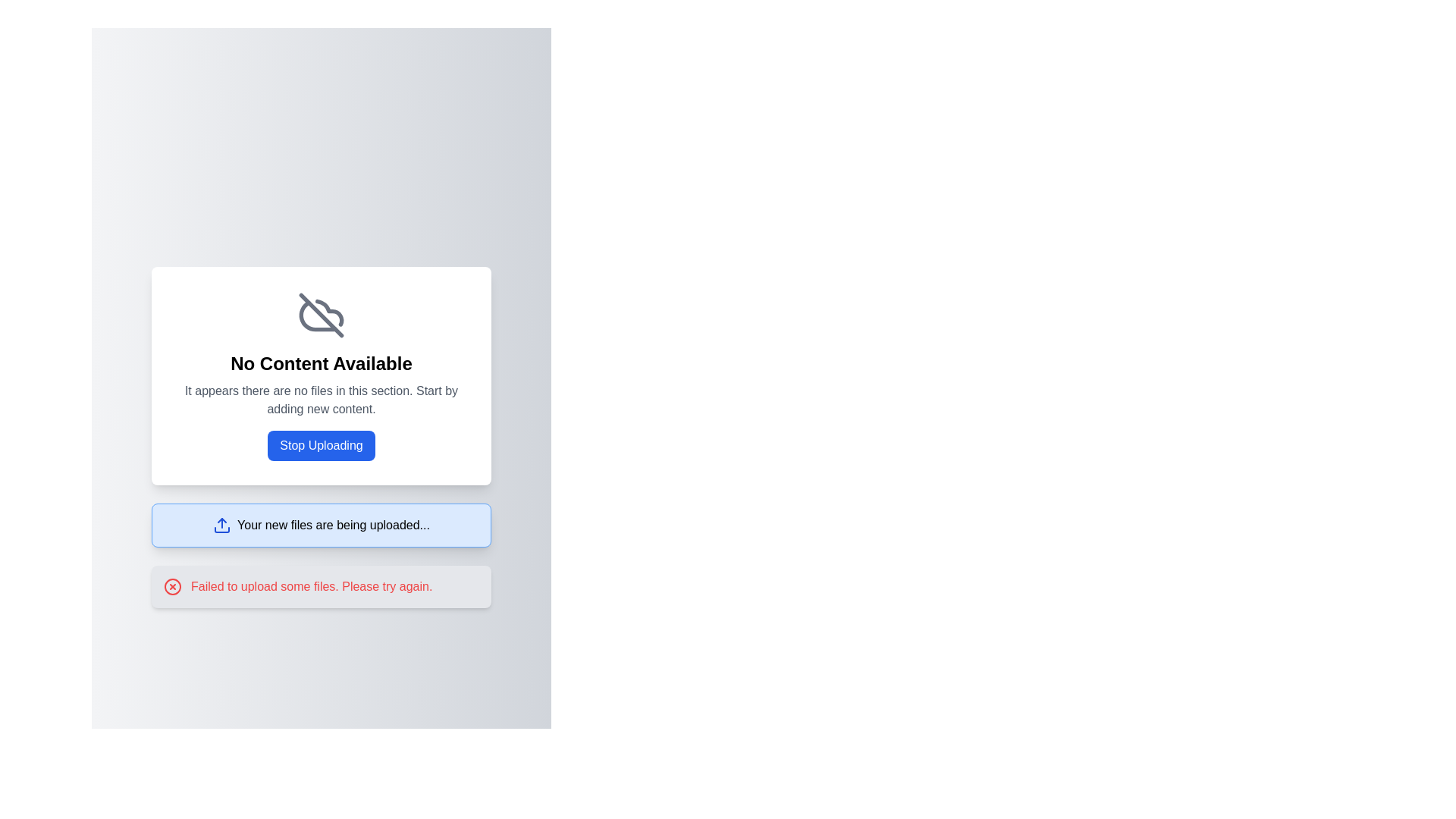  I want to click on error message from the Notification box that appears below the 'Your new files are being uploaded...' notification, so click(320, 586).